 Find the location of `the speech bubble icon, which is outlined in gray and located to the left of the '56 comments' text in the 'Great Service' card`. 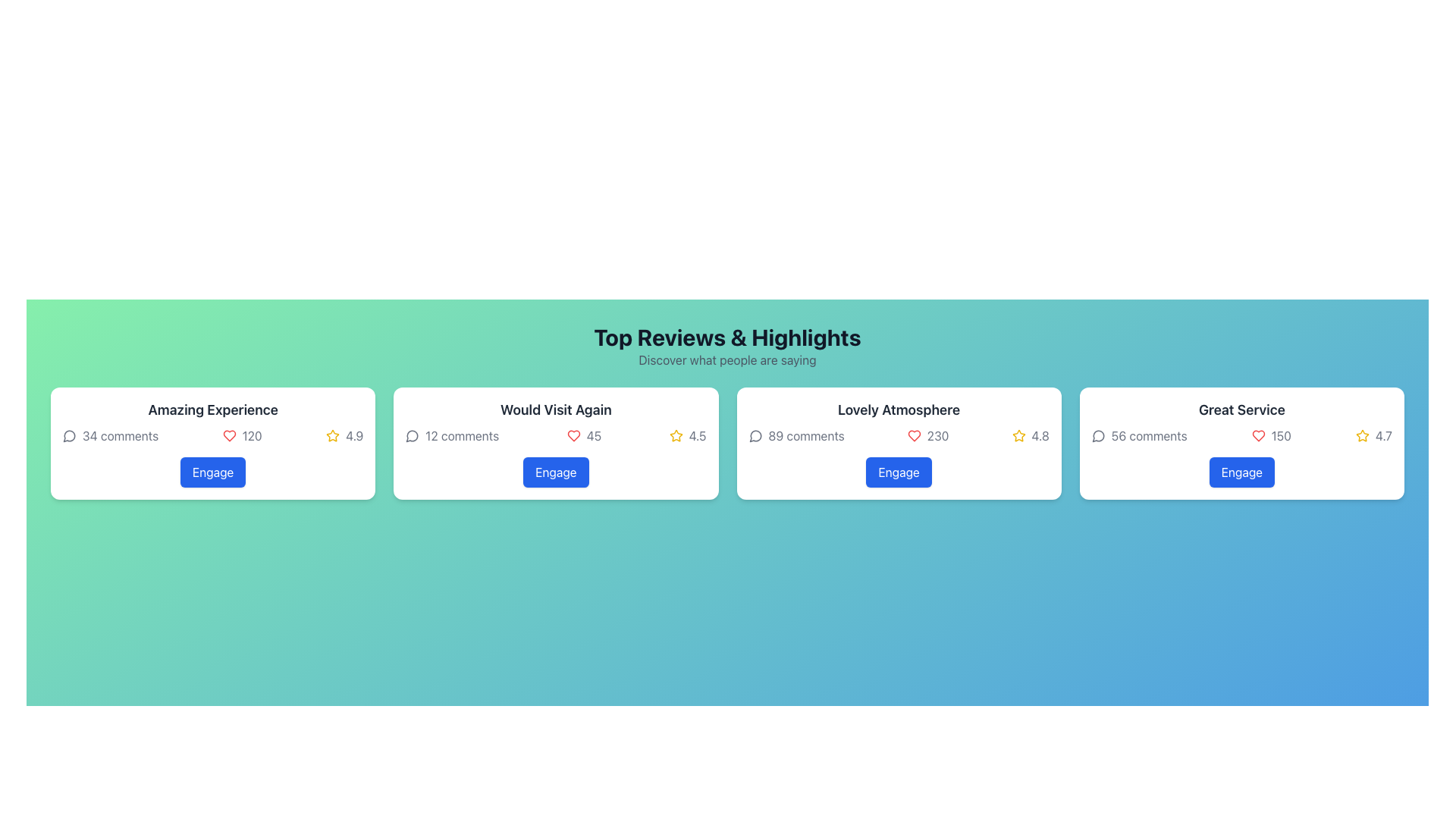

the speech bubble icon, which is outlined in gray and located to the left of the '56 comments' text in the 'Great Service' card is located at coordinates (1098, 435).